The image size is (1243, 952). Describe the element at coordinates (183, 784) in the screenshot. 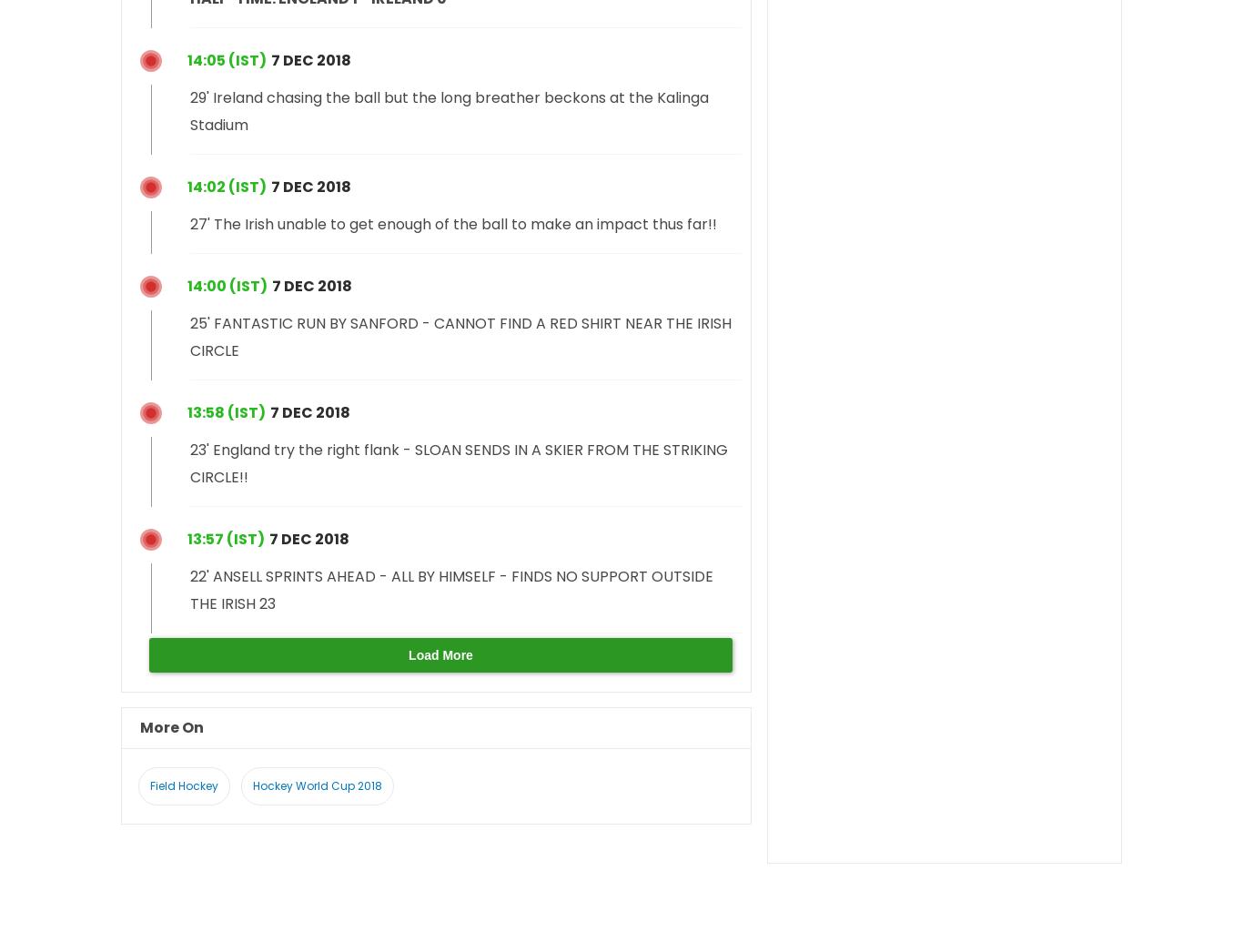

I see `'Field Hockey'` at that location.